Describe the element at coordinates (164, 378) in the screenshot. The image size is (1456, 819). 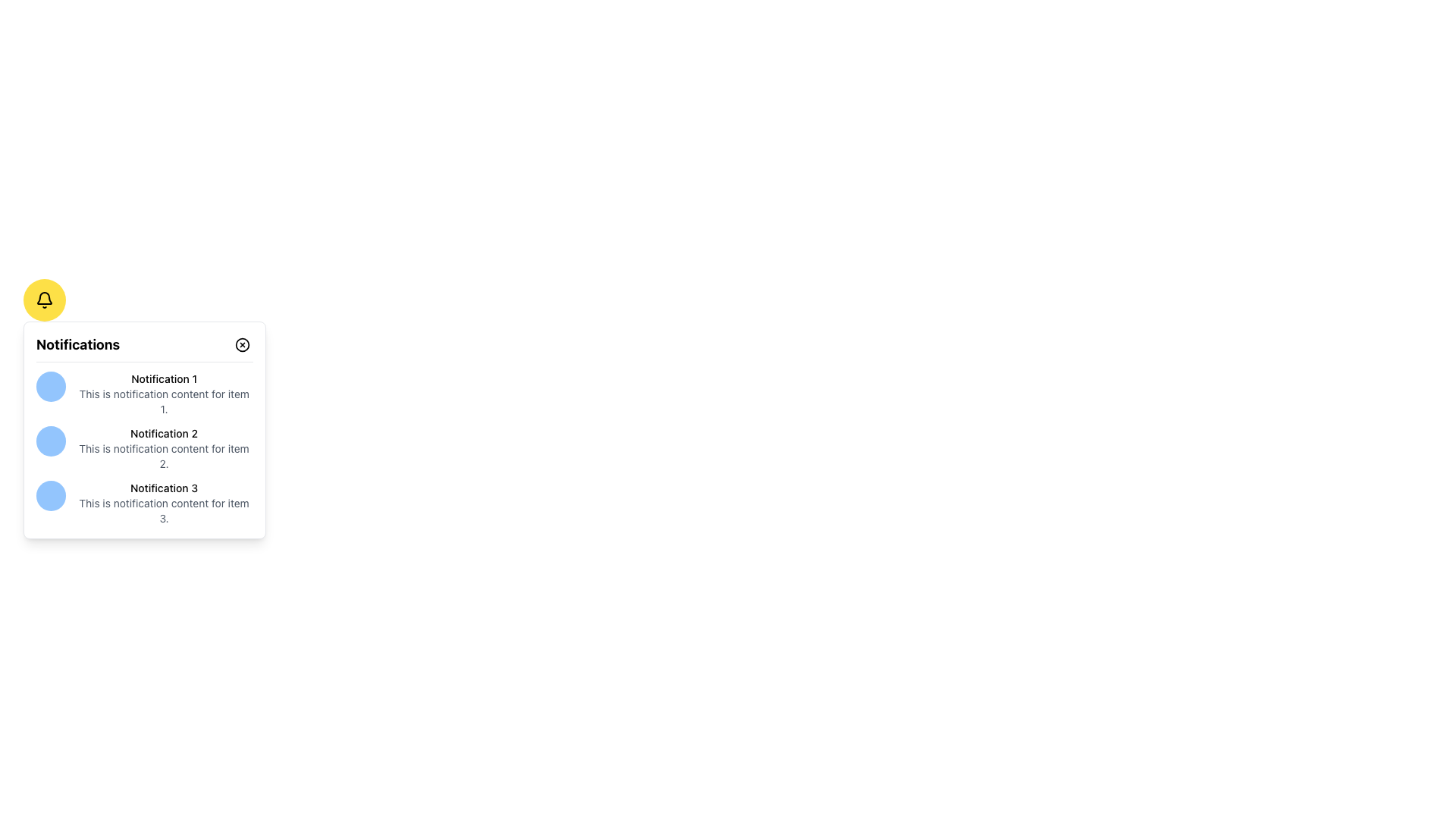
I see `the Text Label that serves as the title for the associated notification, located above another text element under the title 'Notifications' and adjacent to a circular icon` at that location.